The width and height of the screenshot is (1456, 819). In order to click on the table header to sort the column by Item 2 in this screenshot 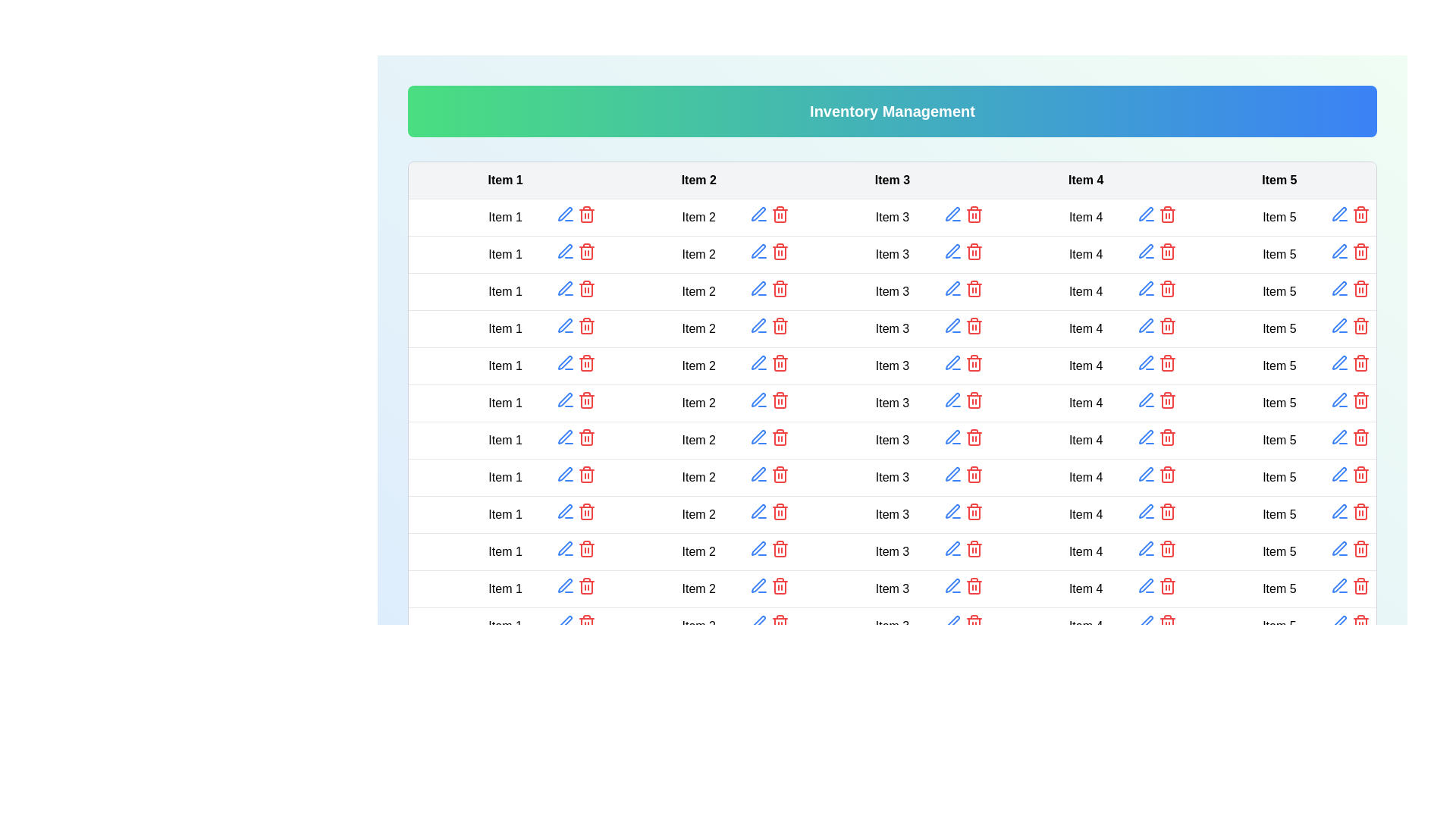, I will do `click(698, 180)`.